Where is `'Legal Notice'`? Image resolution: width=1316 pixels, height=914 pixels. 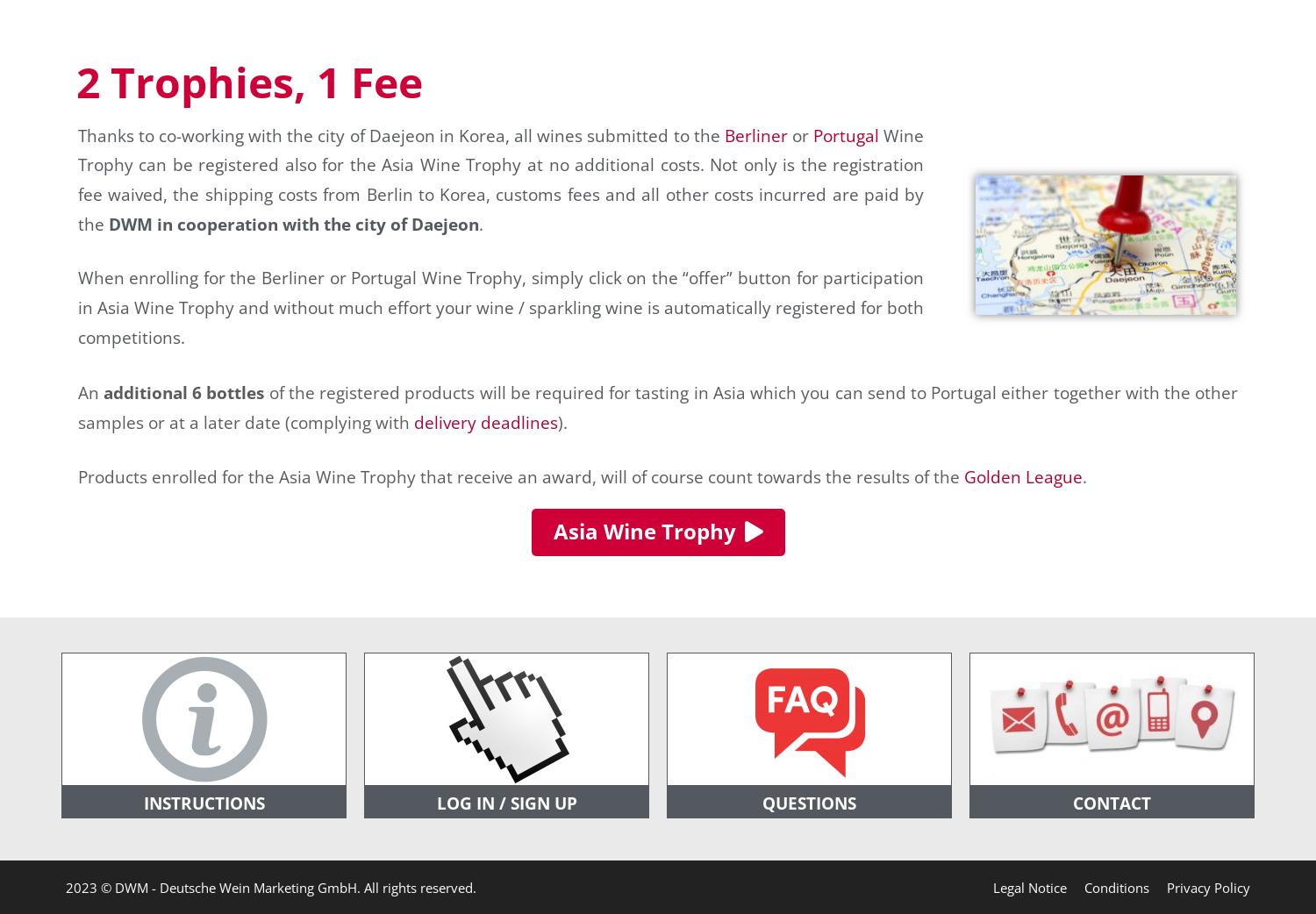 'Legal Notice' is located at coordinates (1030, 886).